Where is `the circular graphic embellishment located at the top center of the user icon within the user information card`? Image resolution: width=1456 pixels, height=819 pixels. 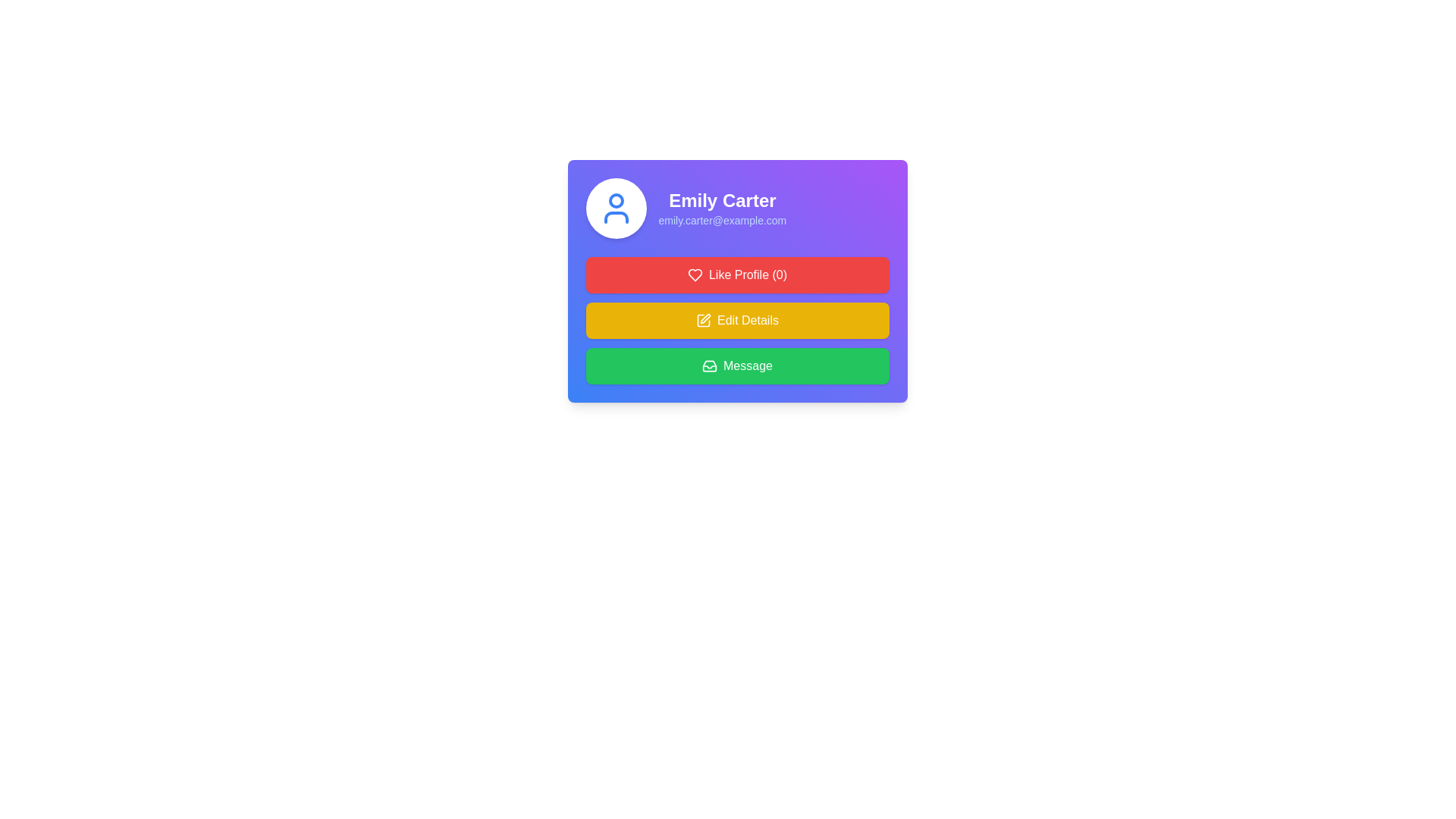
the circular graphic embellishment located at the top center of the user icon within the user information card is located at coordinates (616, 200).